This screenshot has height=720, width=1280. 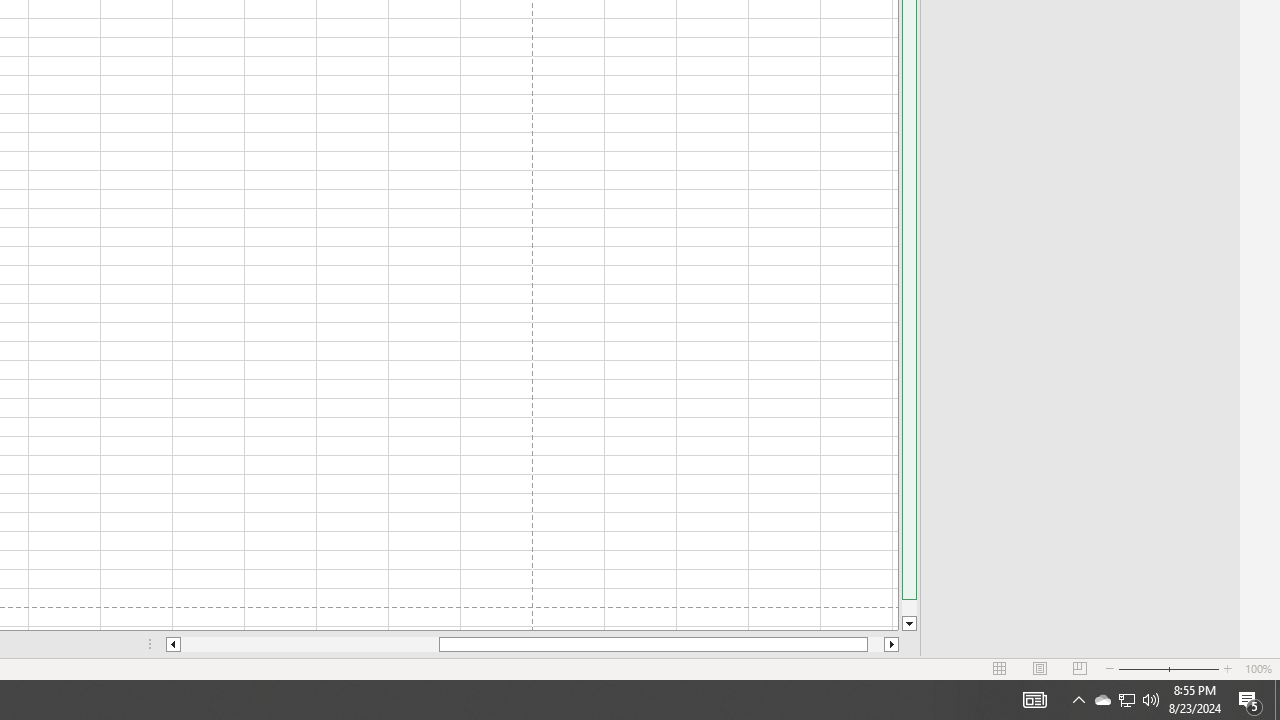 What do you see at coordinates (1226, 669) in the screenshot?
I see `'Zoom In'` at bounding box center [1226, 669].